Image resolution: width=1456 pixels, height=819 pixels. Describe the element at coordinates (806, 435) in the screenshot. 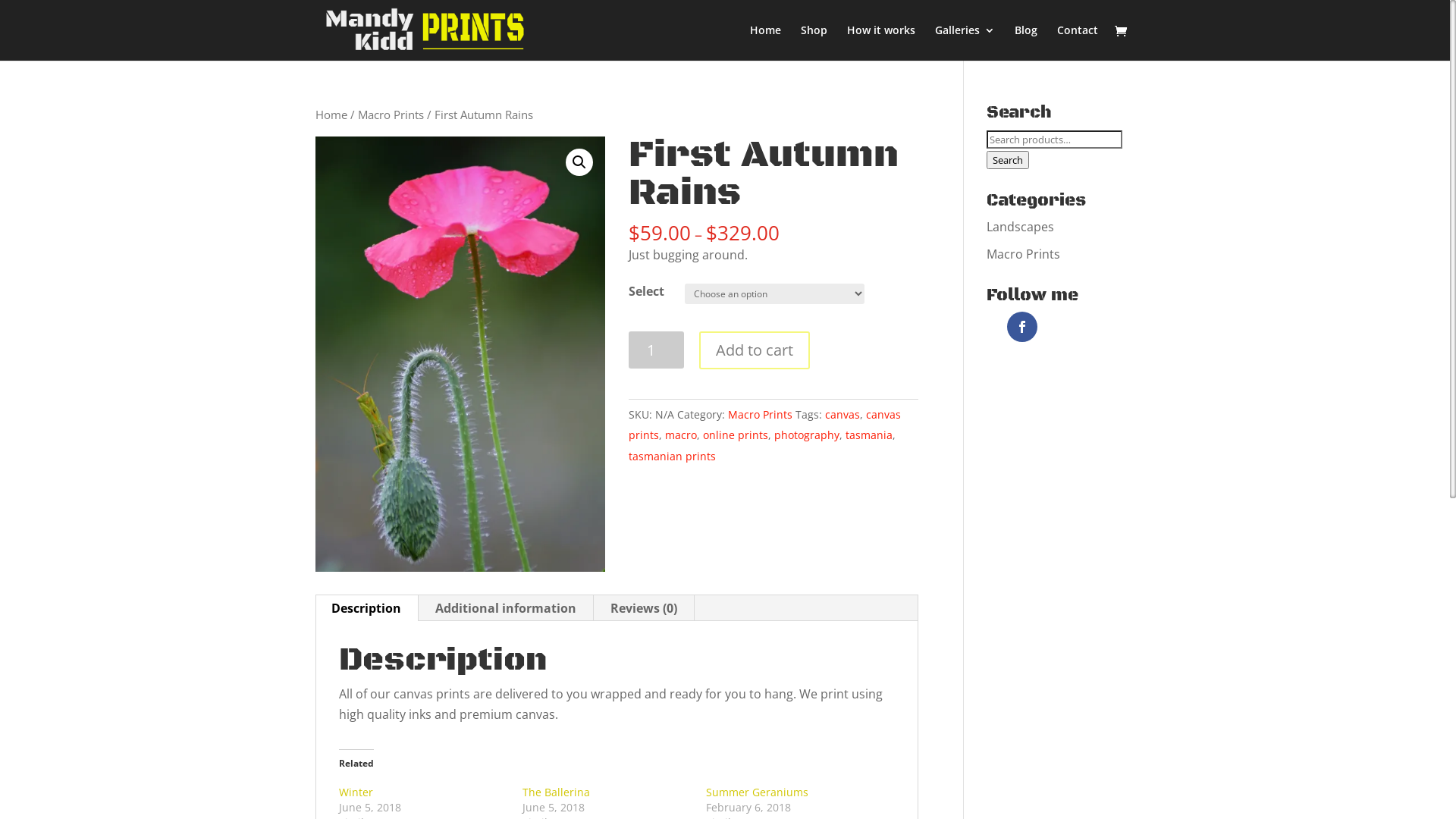

I see `'photography'` at that location.